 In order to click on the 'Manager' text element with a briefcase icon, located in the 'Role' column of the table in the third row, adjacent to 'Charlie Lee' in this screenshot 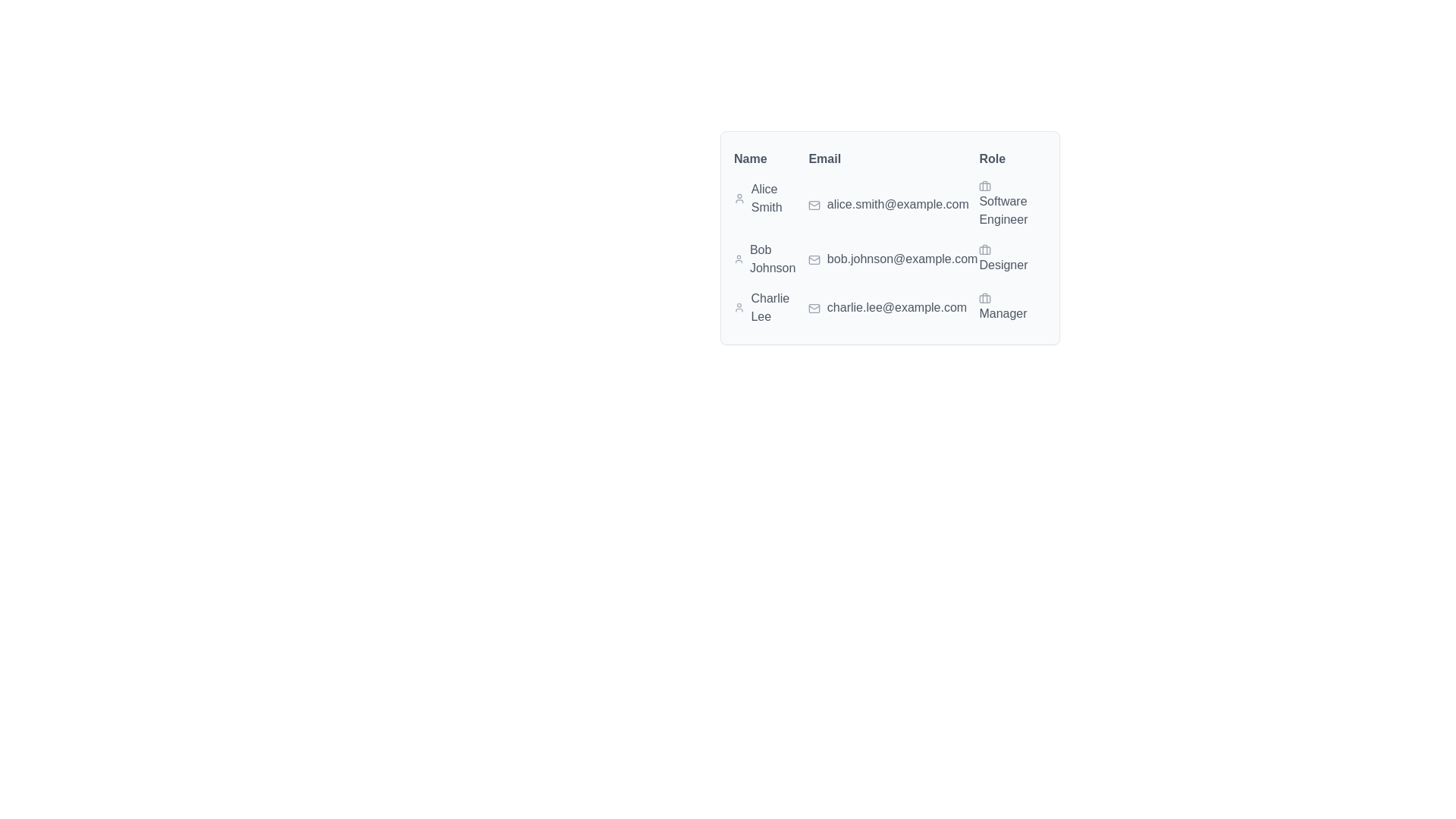, I will do `click(1012, 307)`.